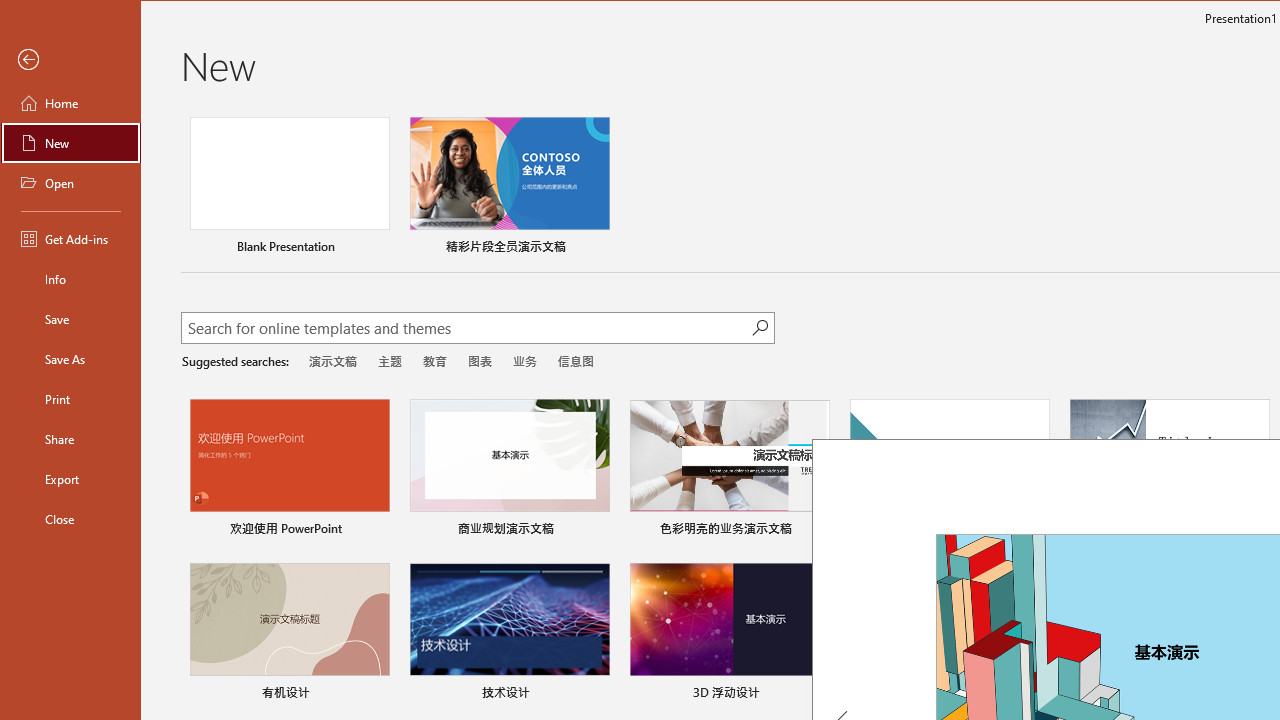 Image resolution: width=1280 pixels, height=720 pixels. Describe the element at coordinates (71, 59) in the screenshot. I see `'Back'` at that location.